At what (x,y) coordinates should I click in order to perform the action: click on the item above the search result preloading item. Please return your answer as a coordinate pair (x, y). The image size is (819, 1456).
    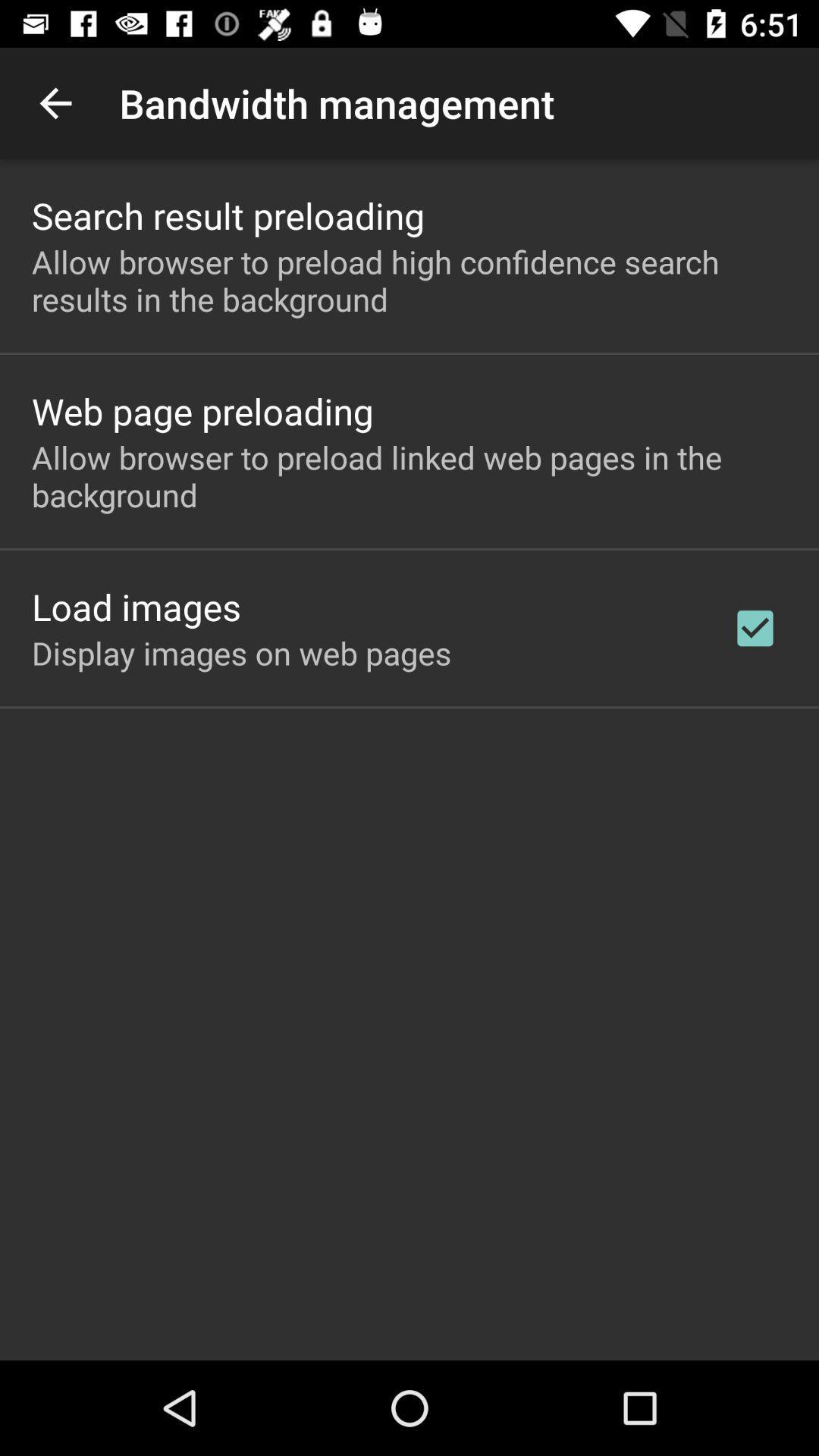
    Looking at the image, I should click on (55, 102).